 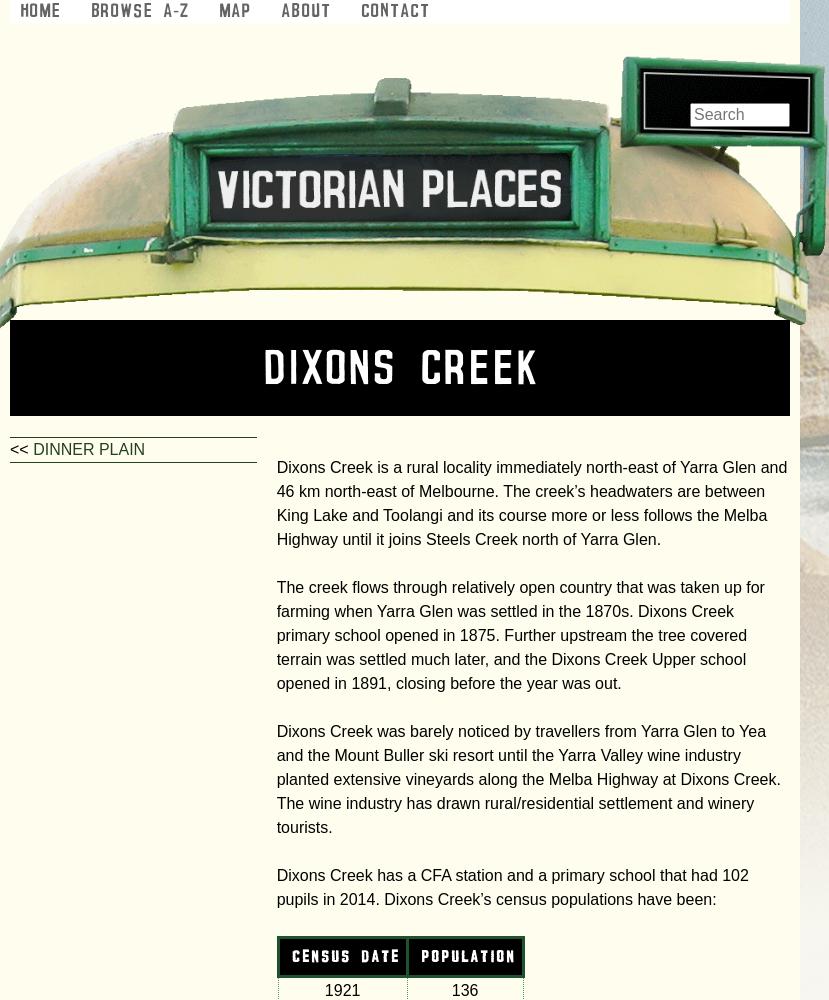 What do you see at coordinates (526, 779) in the screenshot?
I see `'Dixons Creek was barely noticed by travellers from Yarra Glen to Yea and the Mount Buller ski resort until the Yarra Valley wine industry planted extensive vineyards along the Melba Highway at Dixons Creek. The wine industry has drawn rural/residential settlement and winery tourists.'` at bounding box center [526, 779].